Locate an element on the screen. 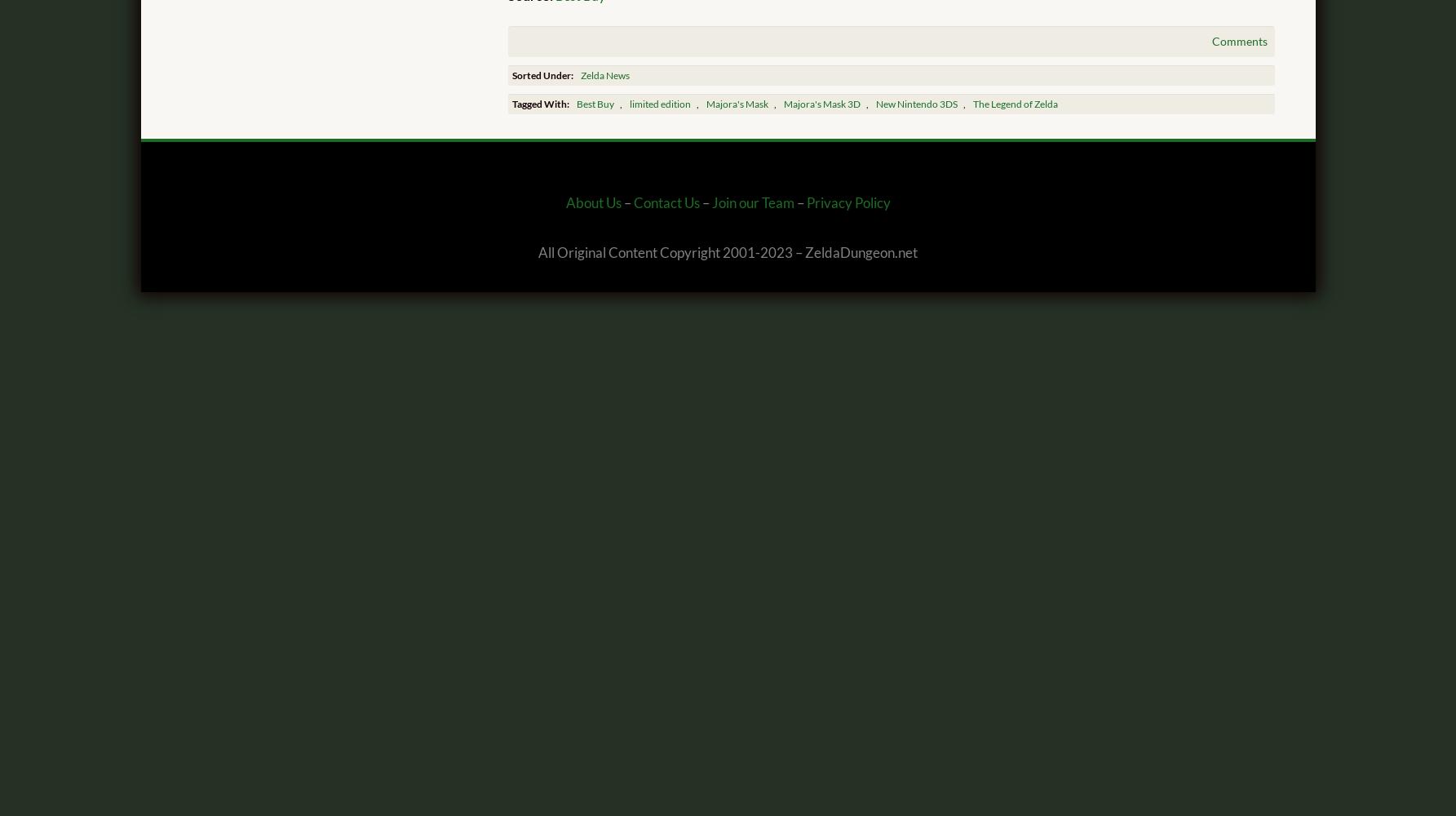  'Majora's Mask' is located at coordinates (706, 104).